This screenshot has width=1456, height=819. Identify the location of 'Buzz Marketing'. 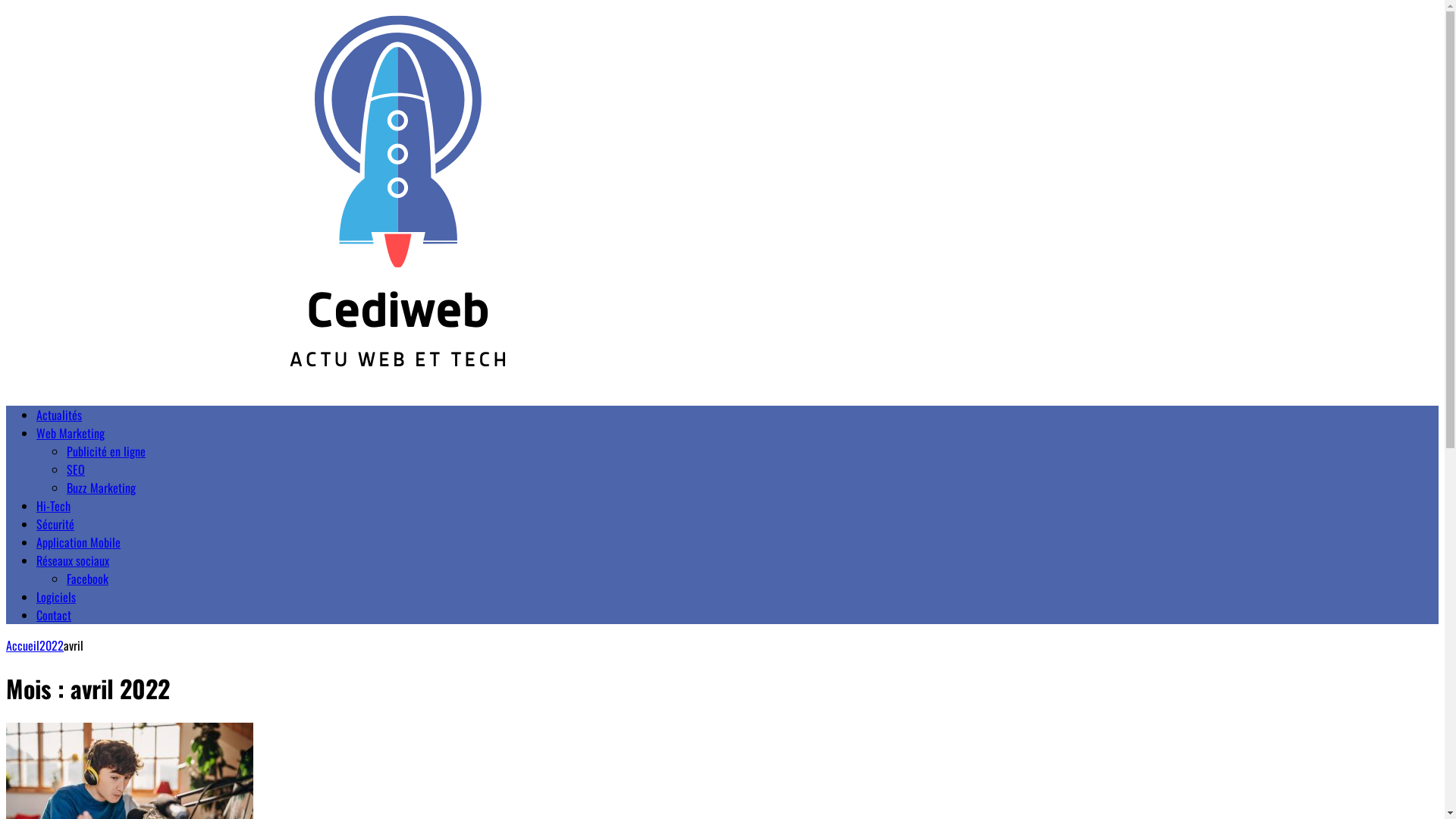
(100, 488).